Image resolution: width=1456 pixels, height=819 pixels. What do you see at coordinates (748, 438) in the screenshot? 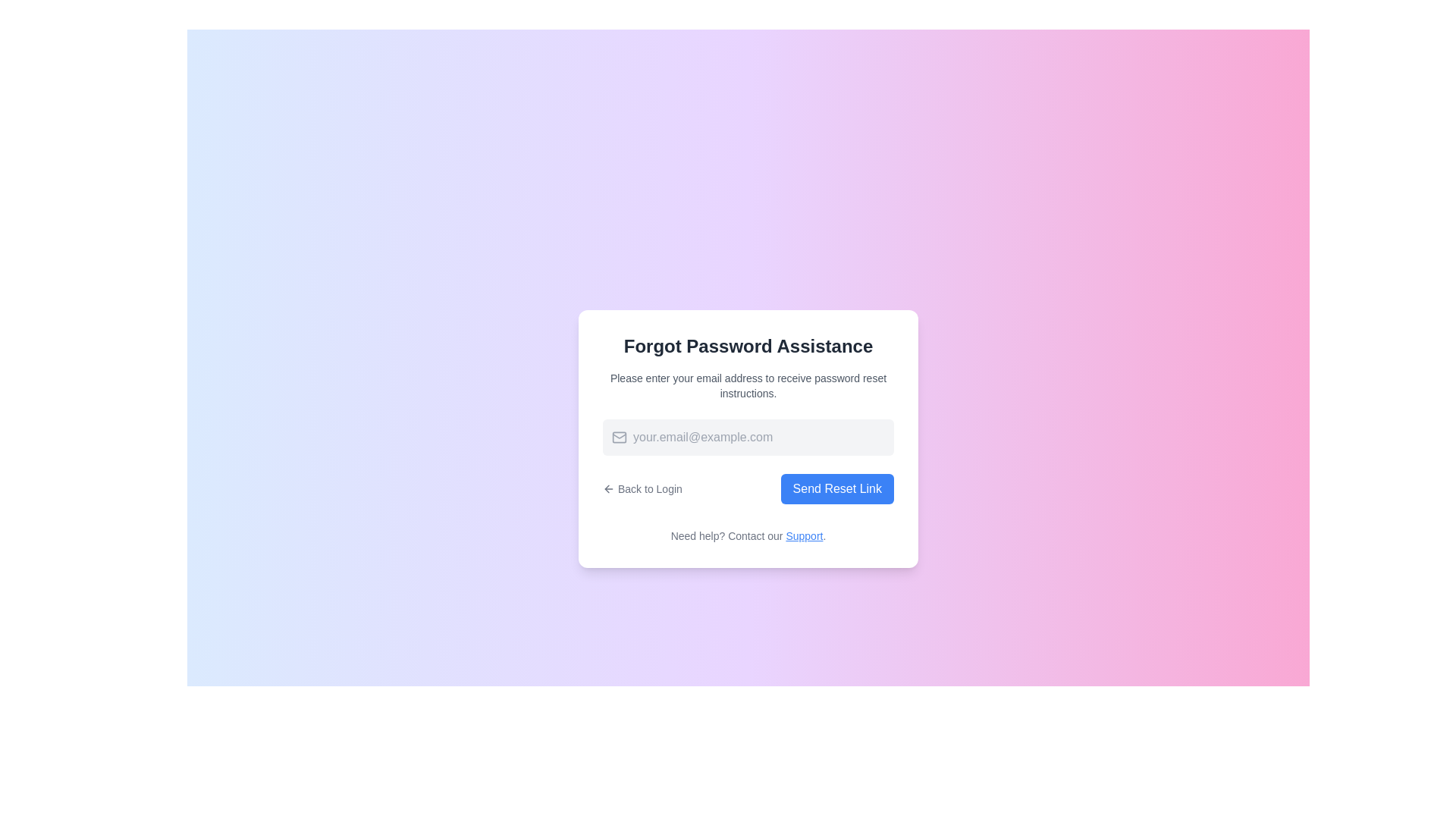
I see `the email input field located in the center of the dialog box to focus on it for entering email addresses for password reset` at bounding box center [748, 438].